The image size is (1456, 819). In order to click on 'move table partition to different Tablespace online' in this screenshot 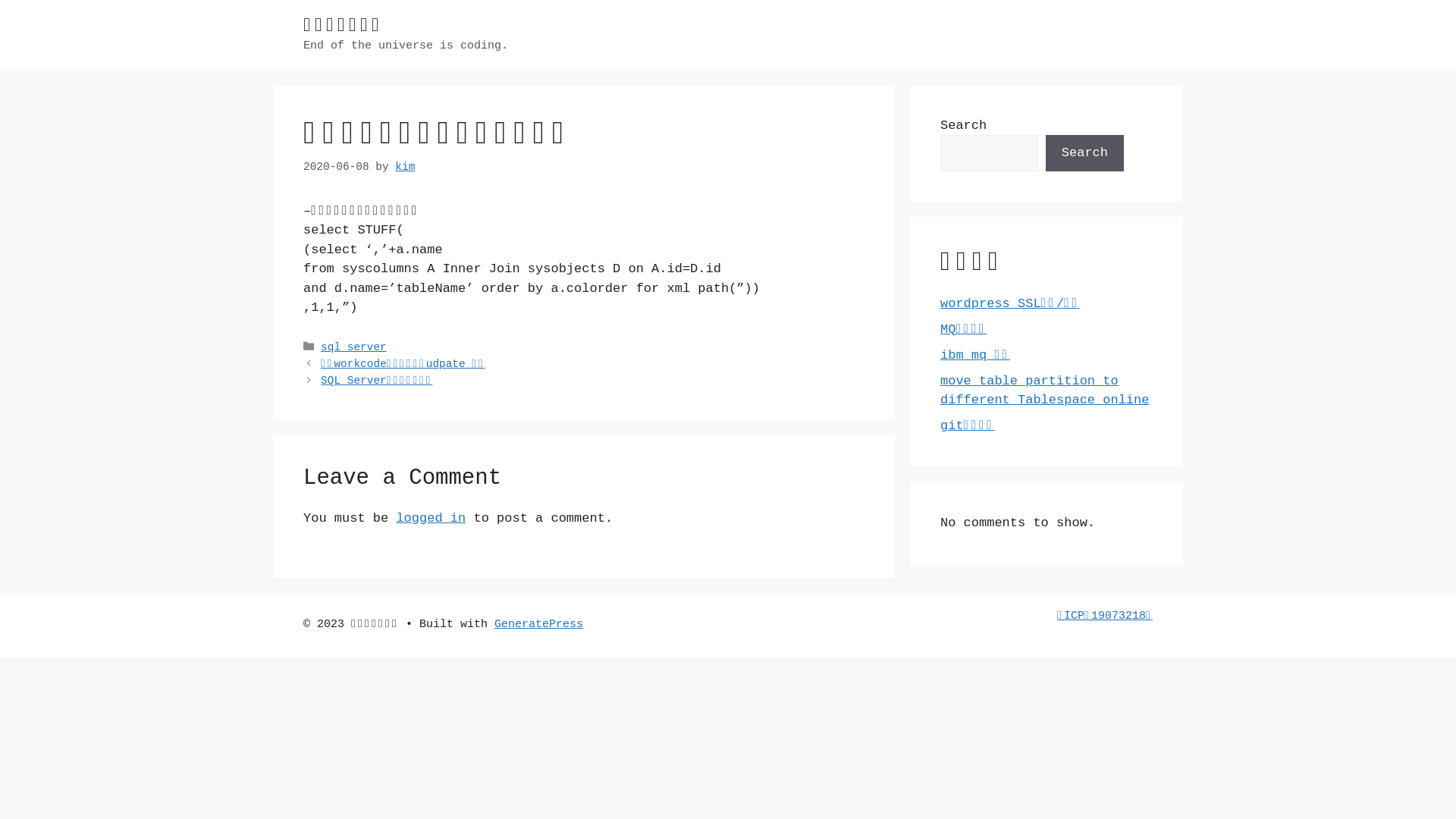, I will do `click(1043, 389)`.